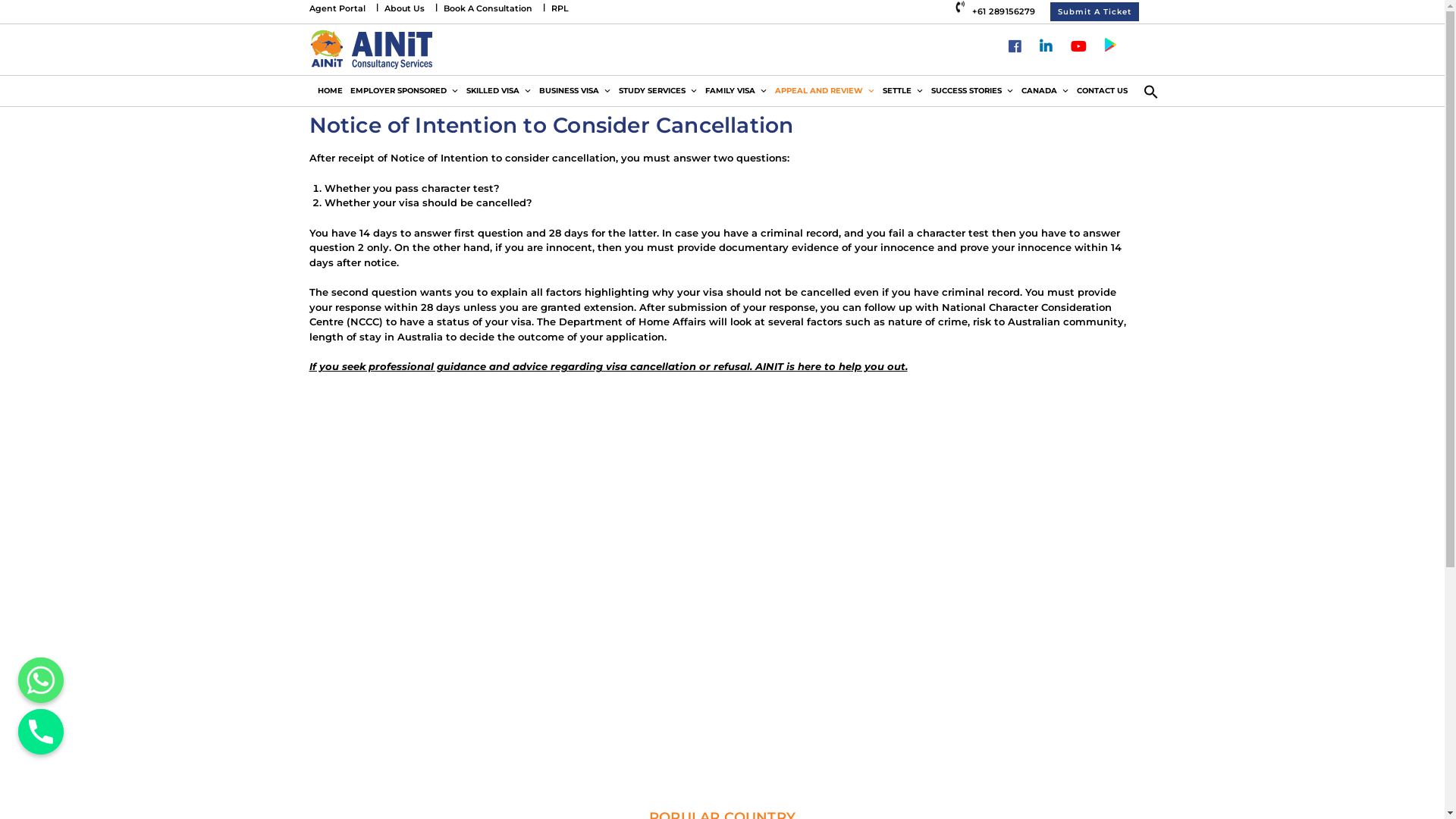  Describe the element at coordinates (574, 90) in the screenshot. I see `'BUSINESS VISA'` at that location.